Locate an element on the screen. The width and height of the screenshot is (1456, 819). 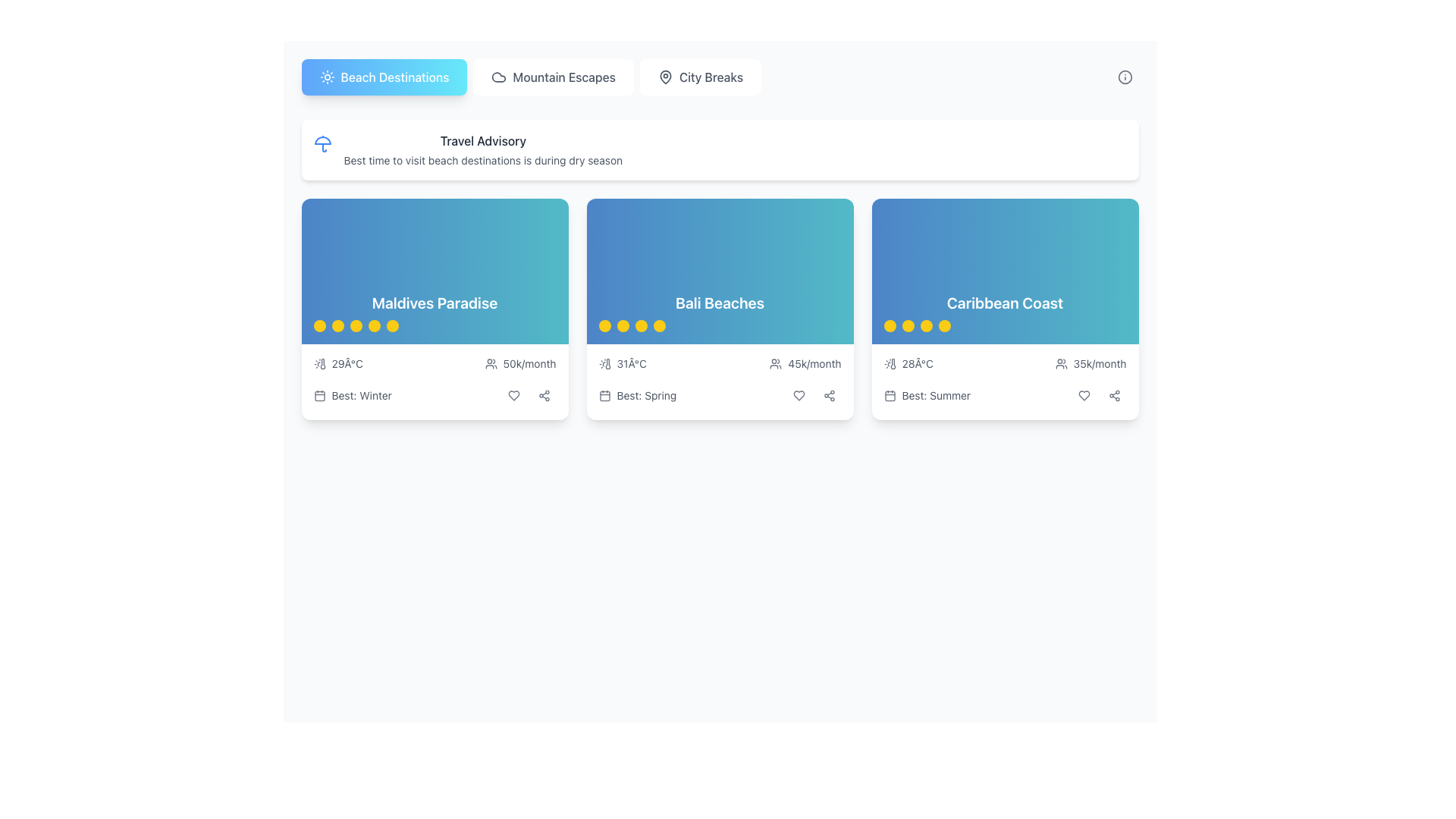
the small circular button with an information icon in the top-right corner is located at coordinates (1125, 77).